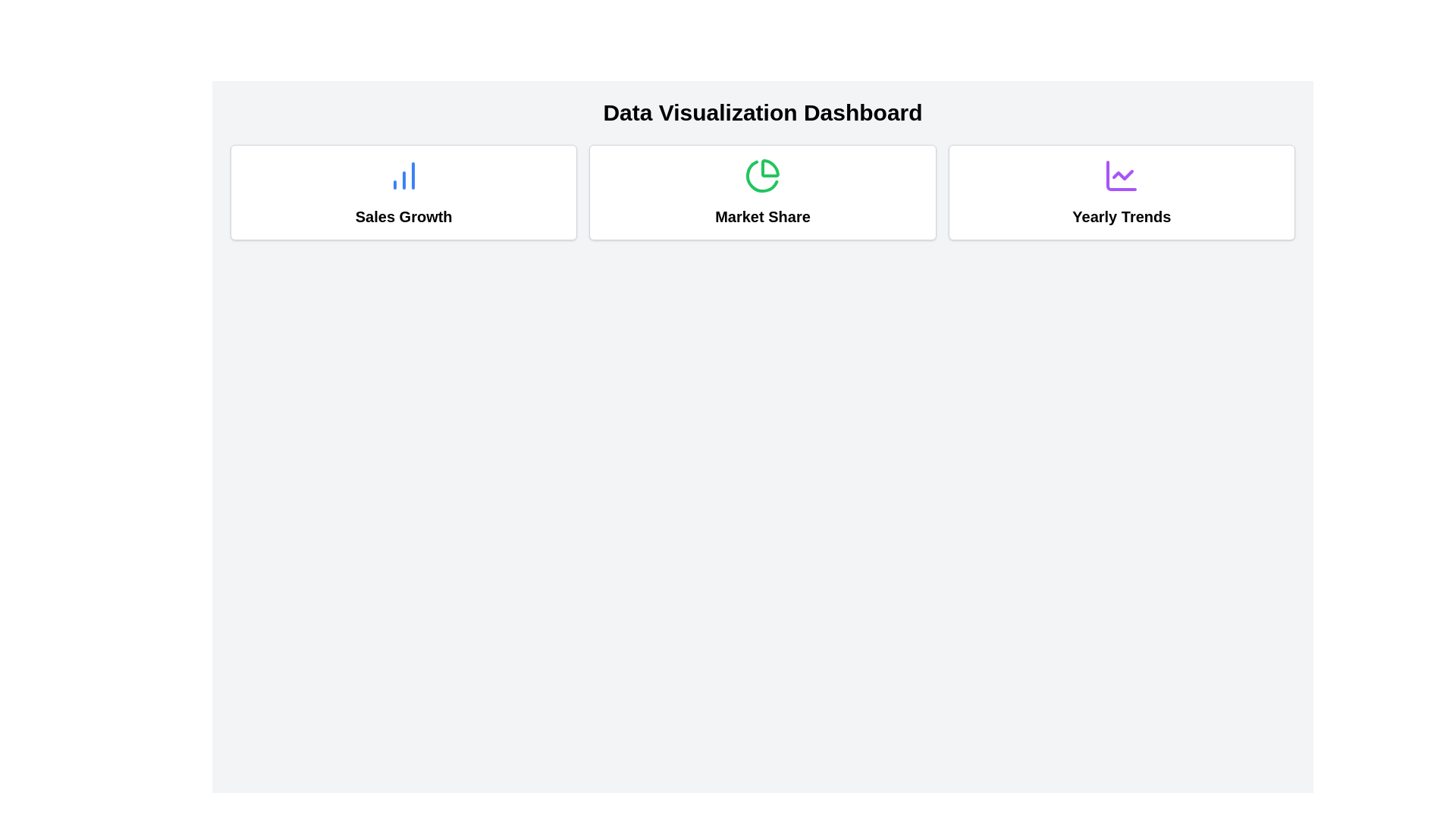 The width and height of the screenshot is (1456, 819). Describe the element at coordinates (1122, 192) in the screenshot. I see `the 'Yearly Trends' clickable card, which features a purple line chart icon and is the third card in a row of three within a grid layout` at that location.